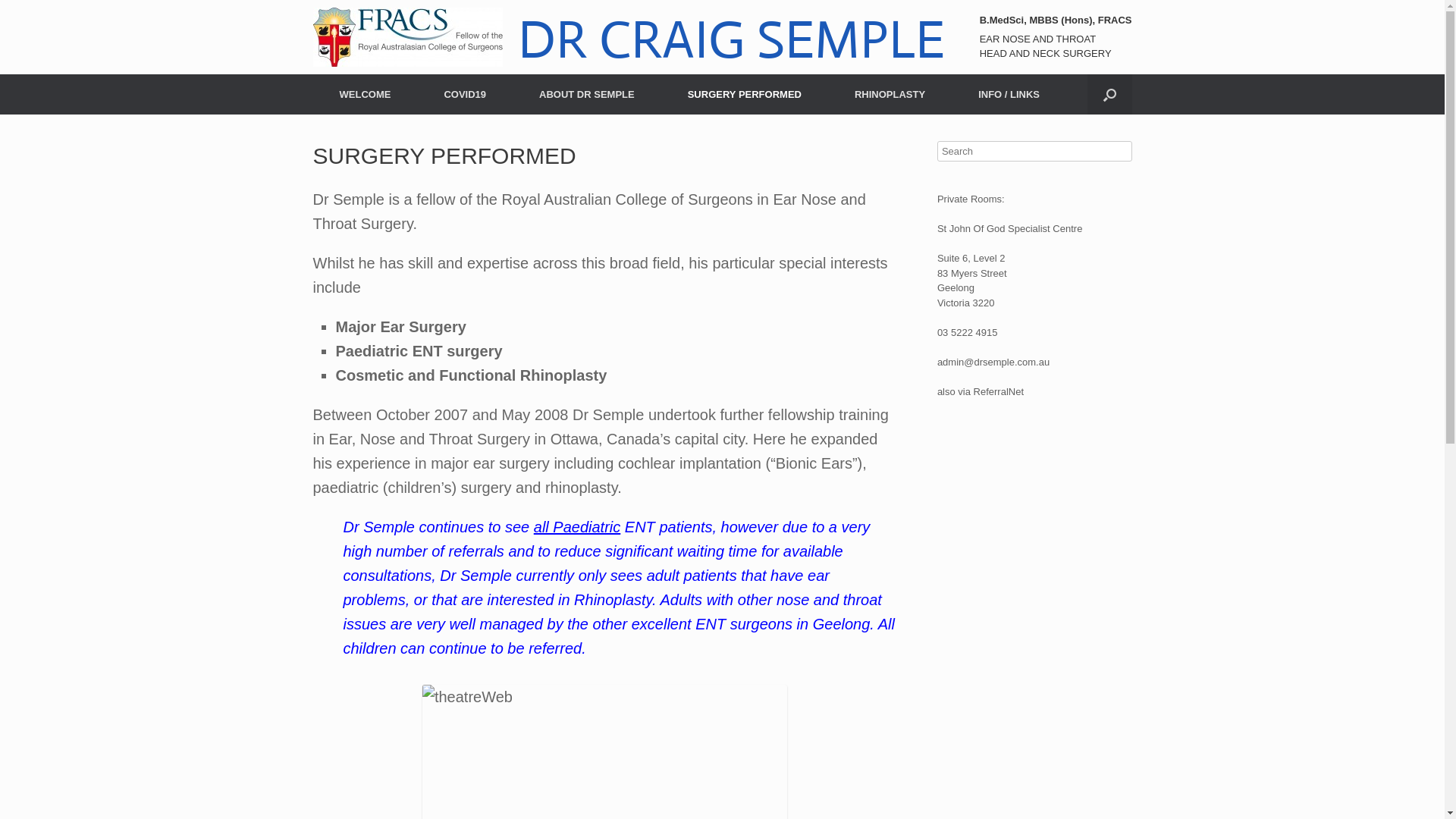 Image resolution: width=1456 pixels, height=819 pixels. I want to click on 'ABOUT DR SEMPLE', so click(585, 94).